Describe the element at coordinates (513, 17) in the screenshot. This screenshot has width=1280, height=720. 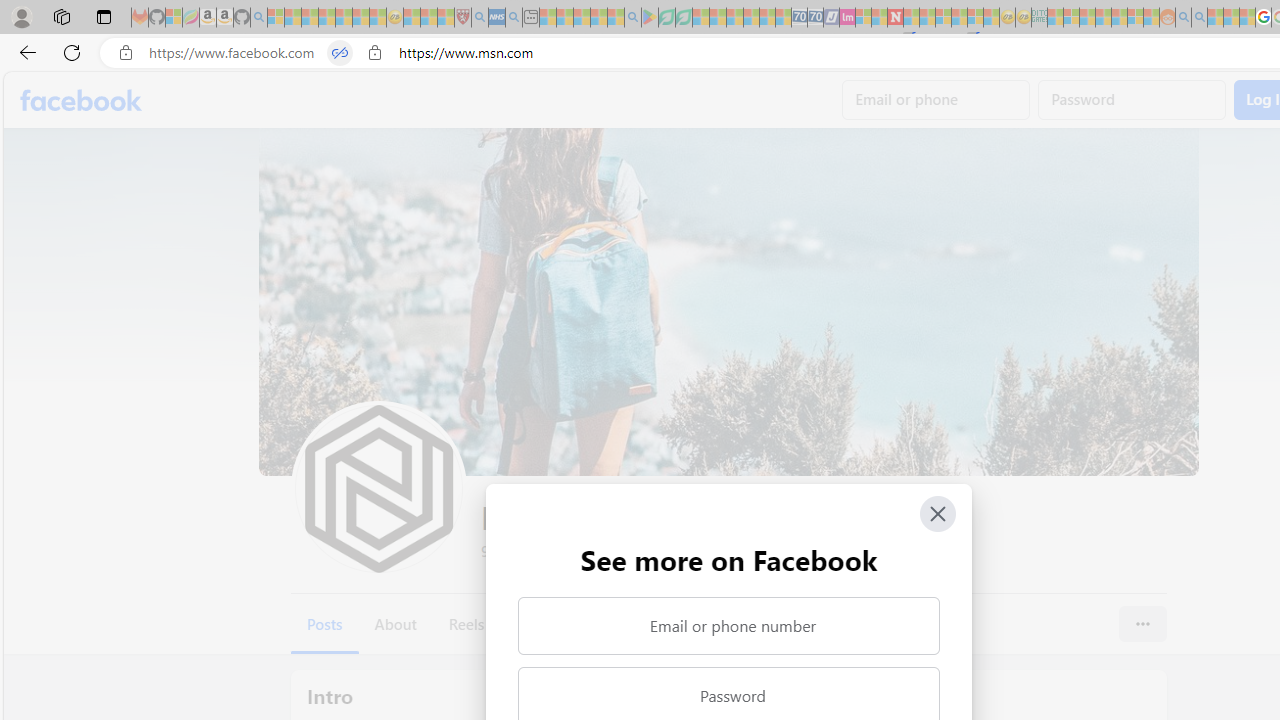
I see `'utah sues federal government - Search - Sleeping'` at that location.